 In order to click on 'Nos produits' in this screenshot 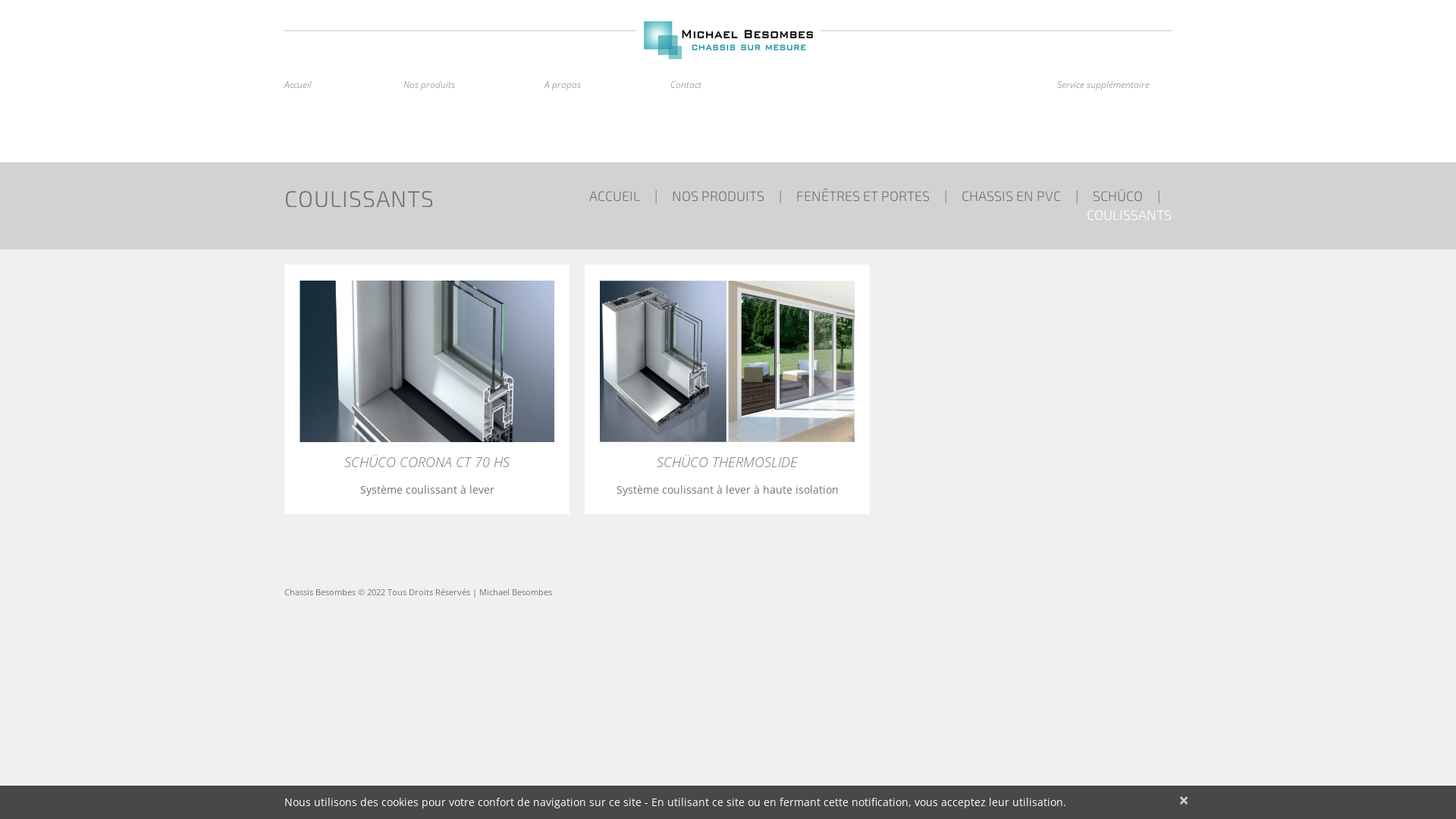, I will do `click(428, 84)`.